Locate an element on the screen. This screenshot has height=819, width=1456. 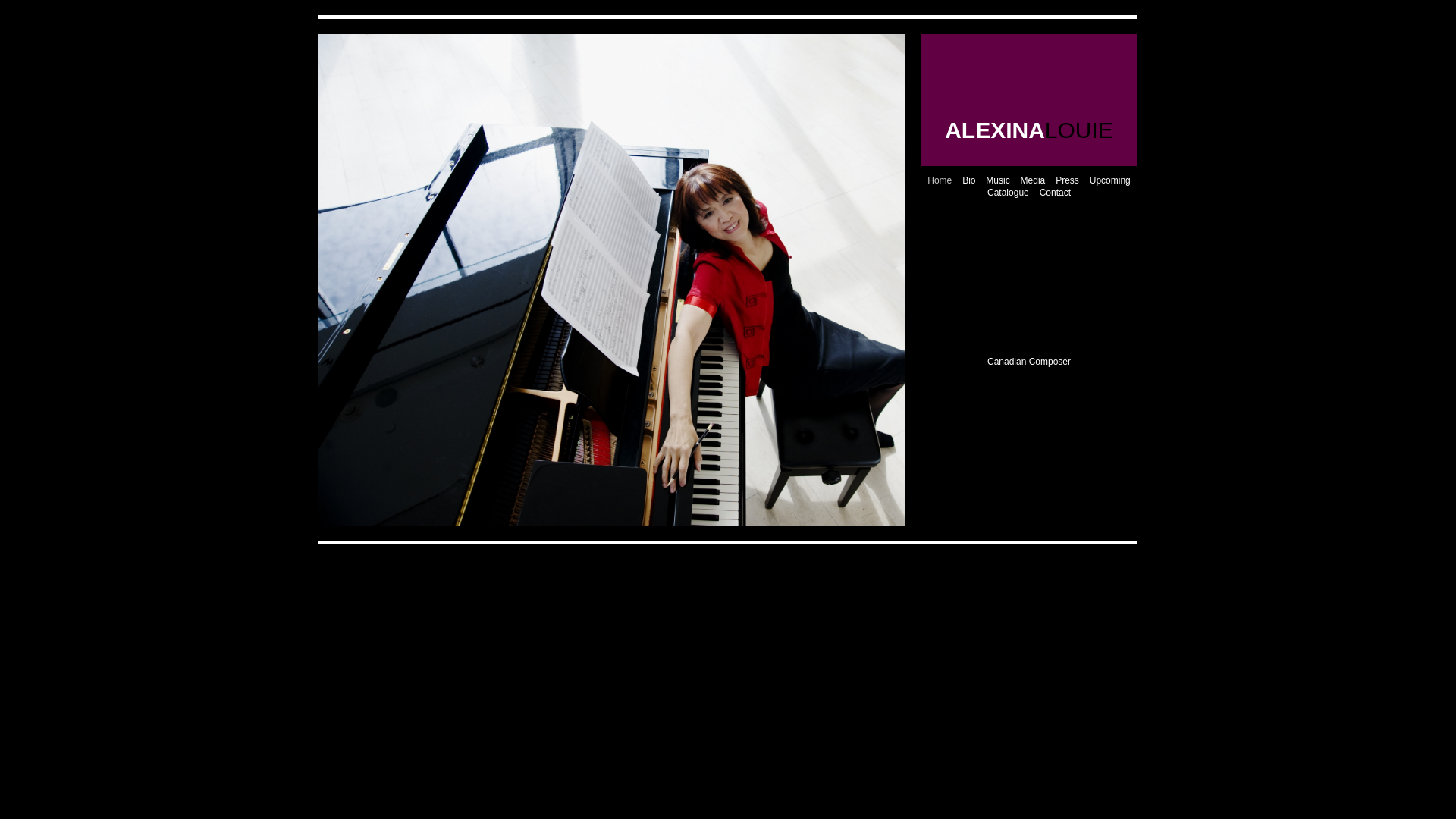
'Bio' is located at coordinates (968, 180).